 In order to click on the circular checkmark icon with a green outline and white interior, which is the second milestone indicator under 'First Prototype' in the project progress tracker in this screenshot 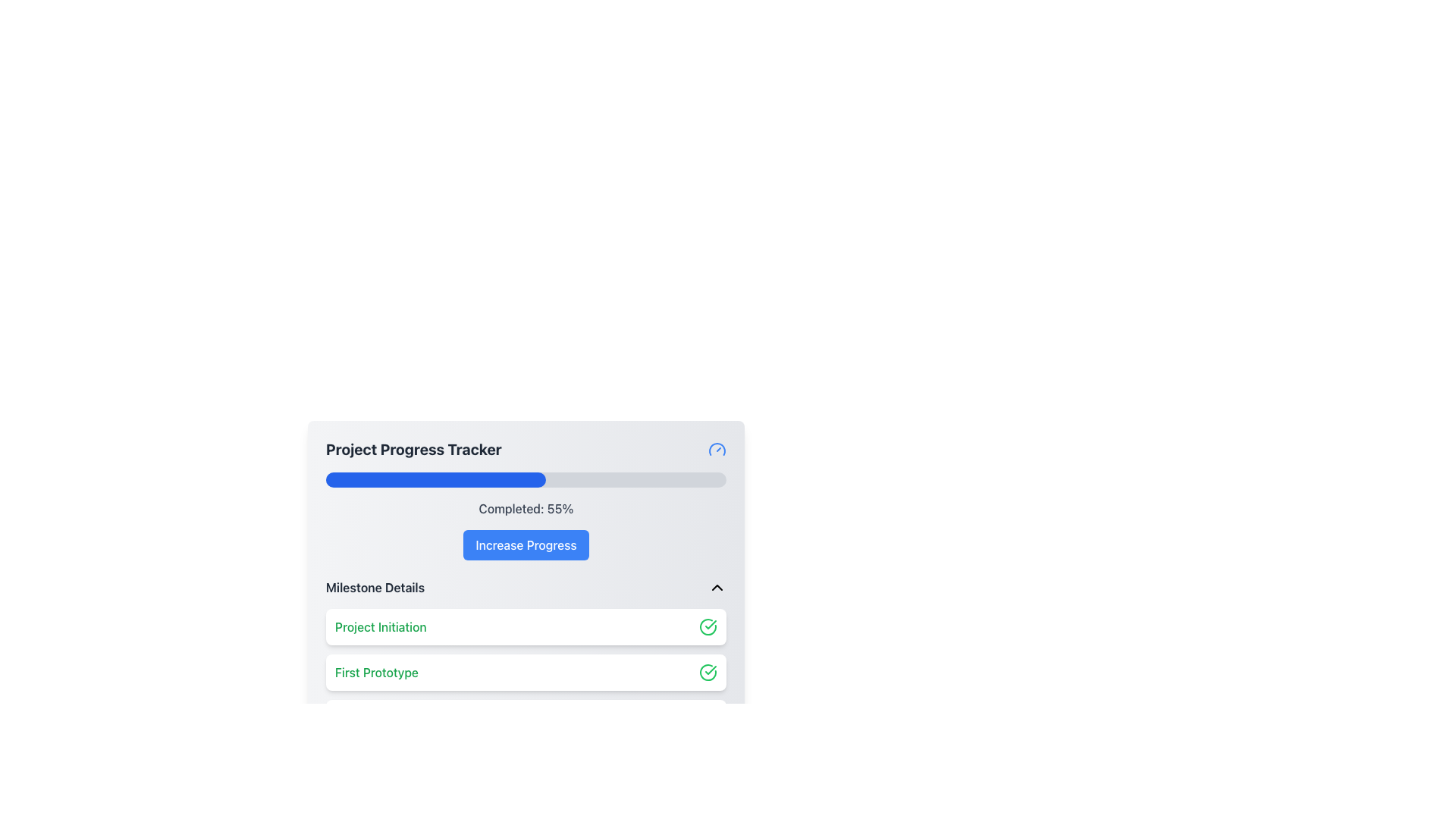, I will do `click(708, 672)`.